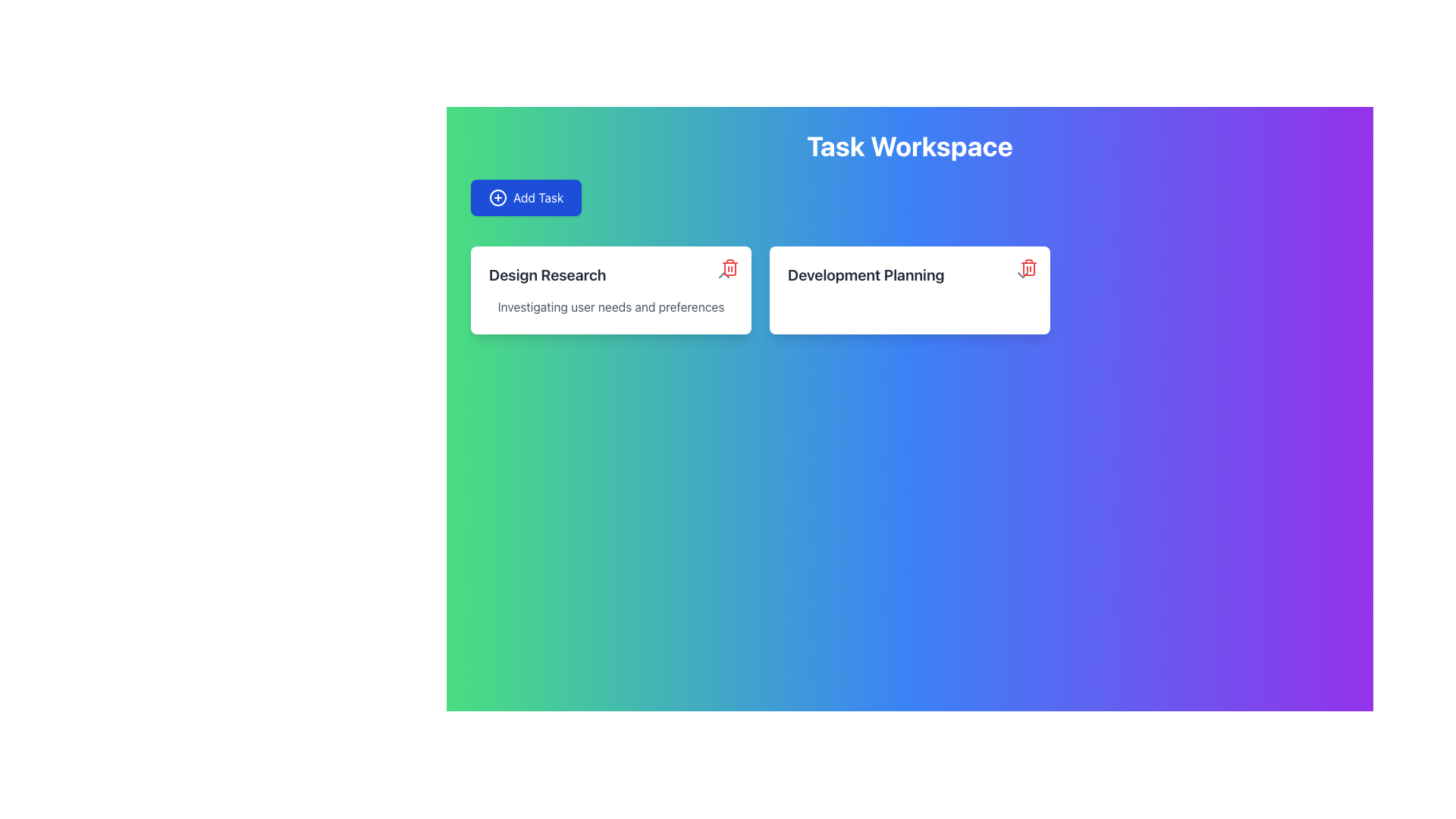 The height and width of the screenshot is (819, 1456). I want to click on the button in the upper right corner of the 'Design Research' card under the 'Task Workspace' section, so click(723, 275).